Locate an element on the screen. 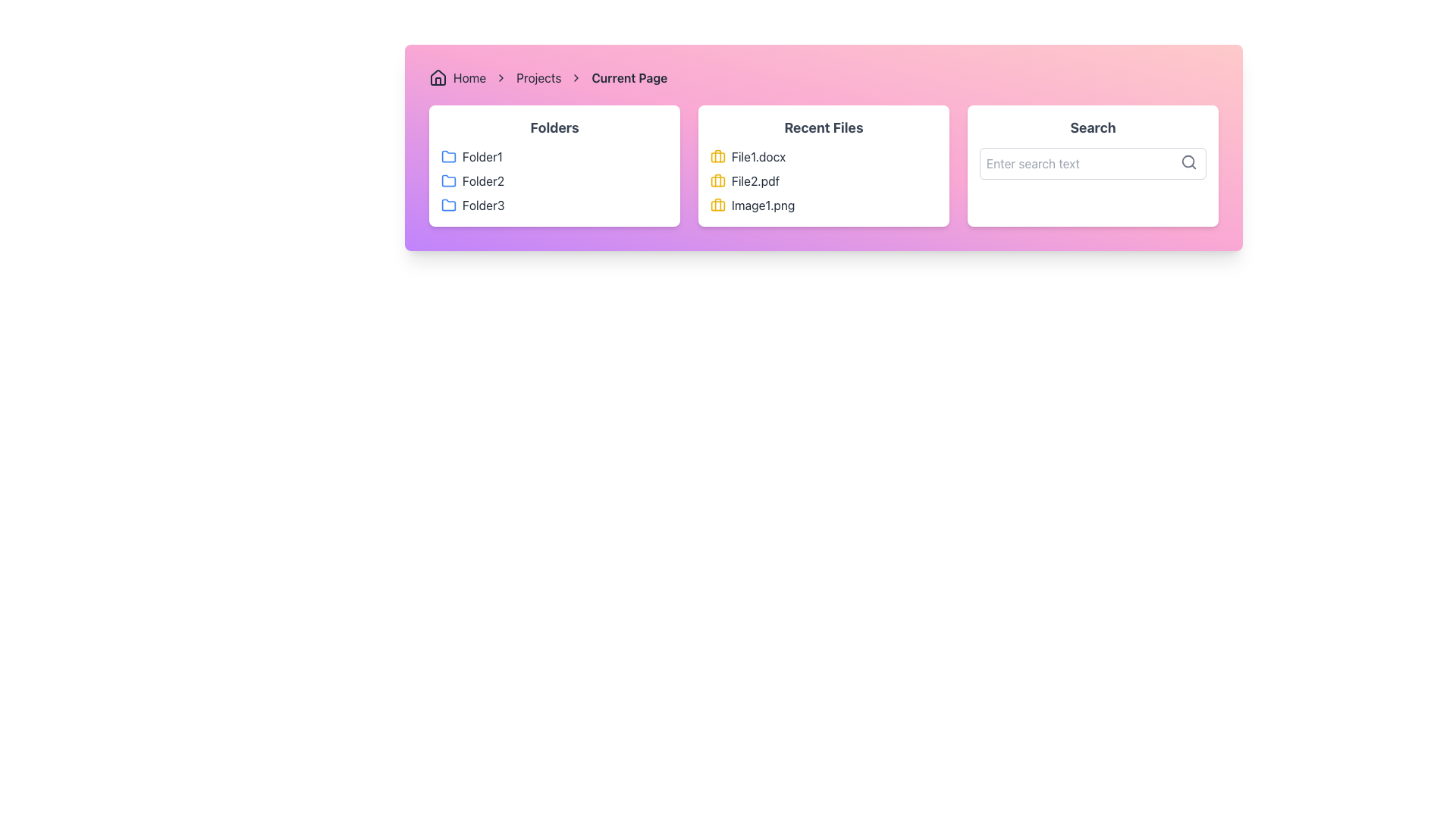 Image resolution: width=1456 pixels, height=819 pixels. static text element that indicates the current page in the breadcrumb navigation, located as the third item after 'Home' and 'Projects' is located at coordinates (629, 78).